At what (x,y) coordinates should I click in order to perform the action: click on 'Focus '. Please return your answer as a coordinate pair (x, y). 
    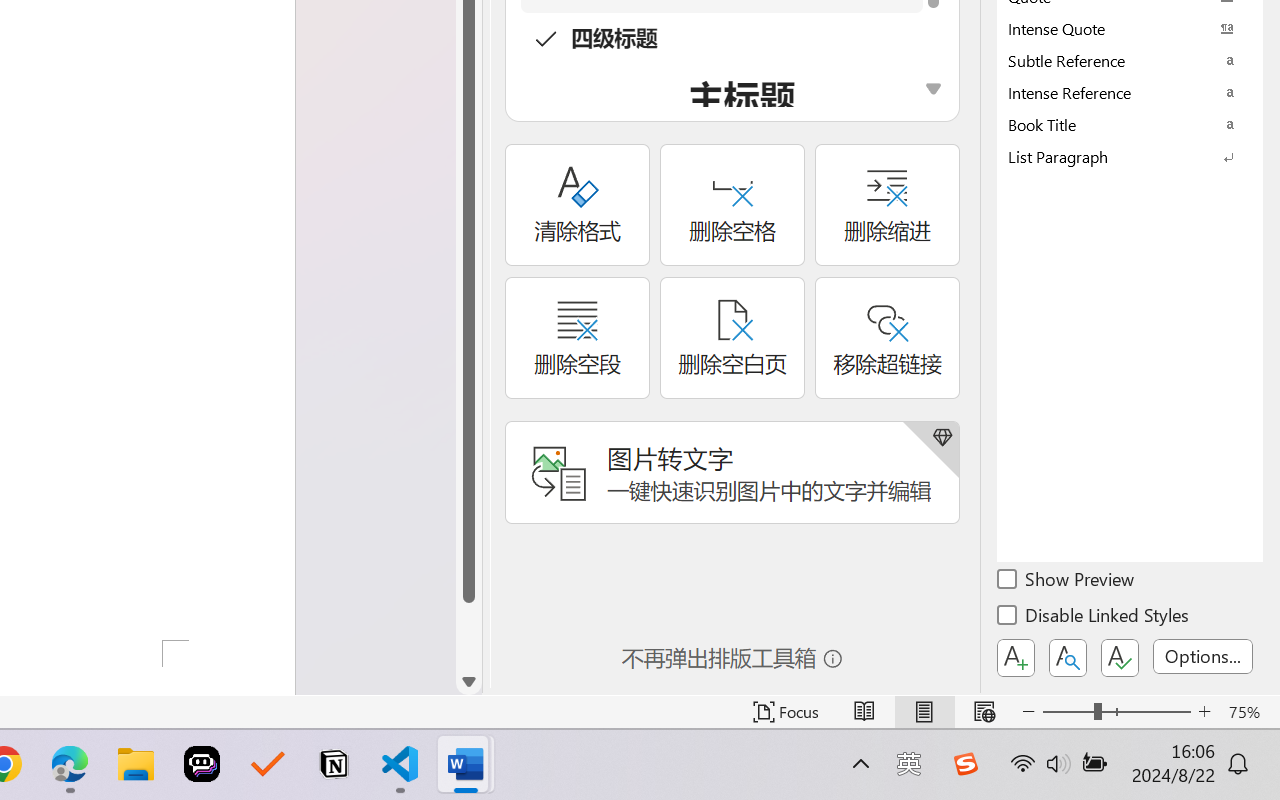
    Looking at the image, I should click on (785, 711).